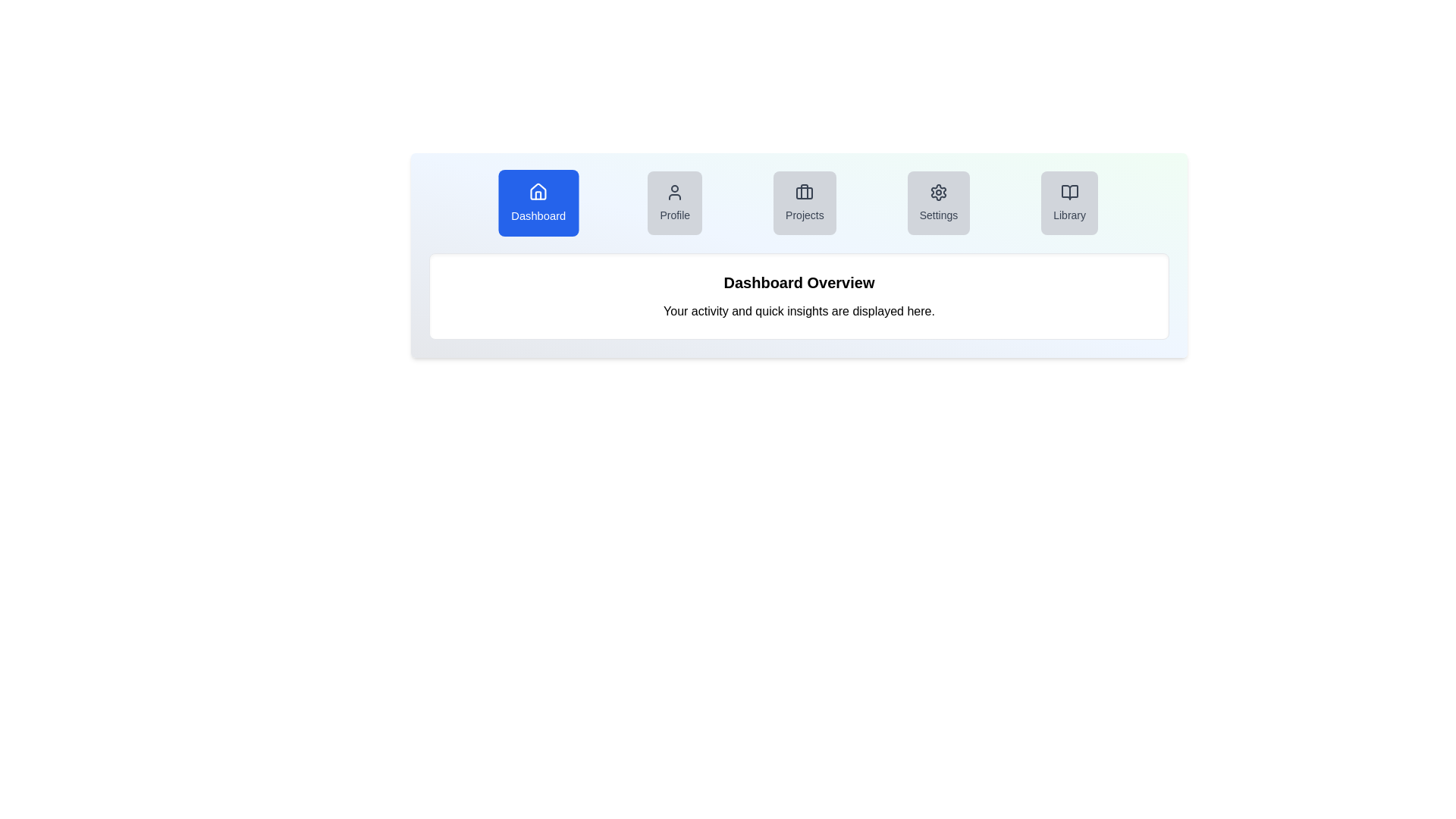 The height and width of the screenshot is (819, 1456). I want to click on the 'Dashboard' icon-based button located at the top of the interface, so click(538, 190).